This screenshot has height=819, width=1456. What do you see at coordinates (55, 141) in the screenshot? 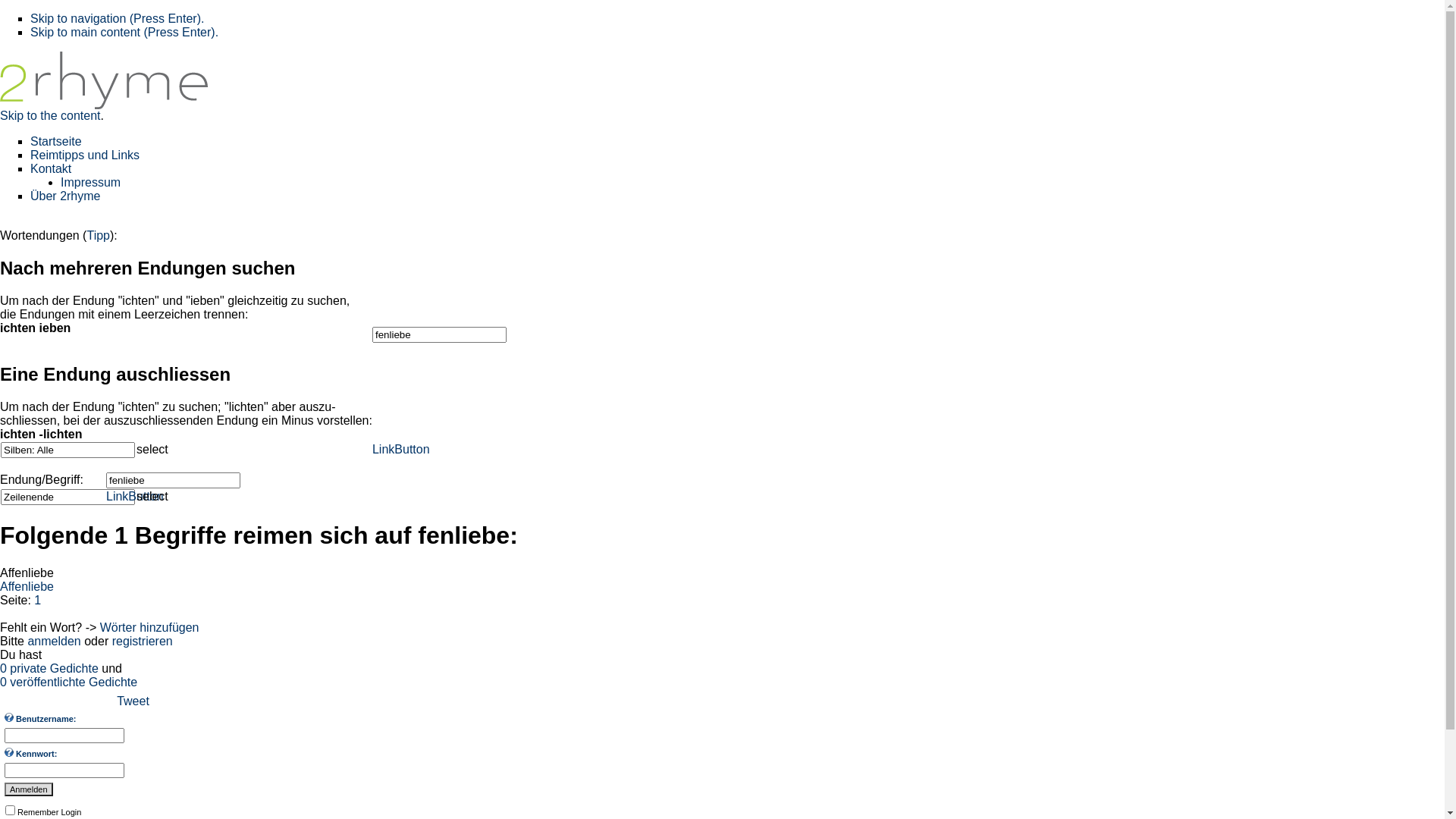
I see `'Startseite'` at bounding box center [55, 141].